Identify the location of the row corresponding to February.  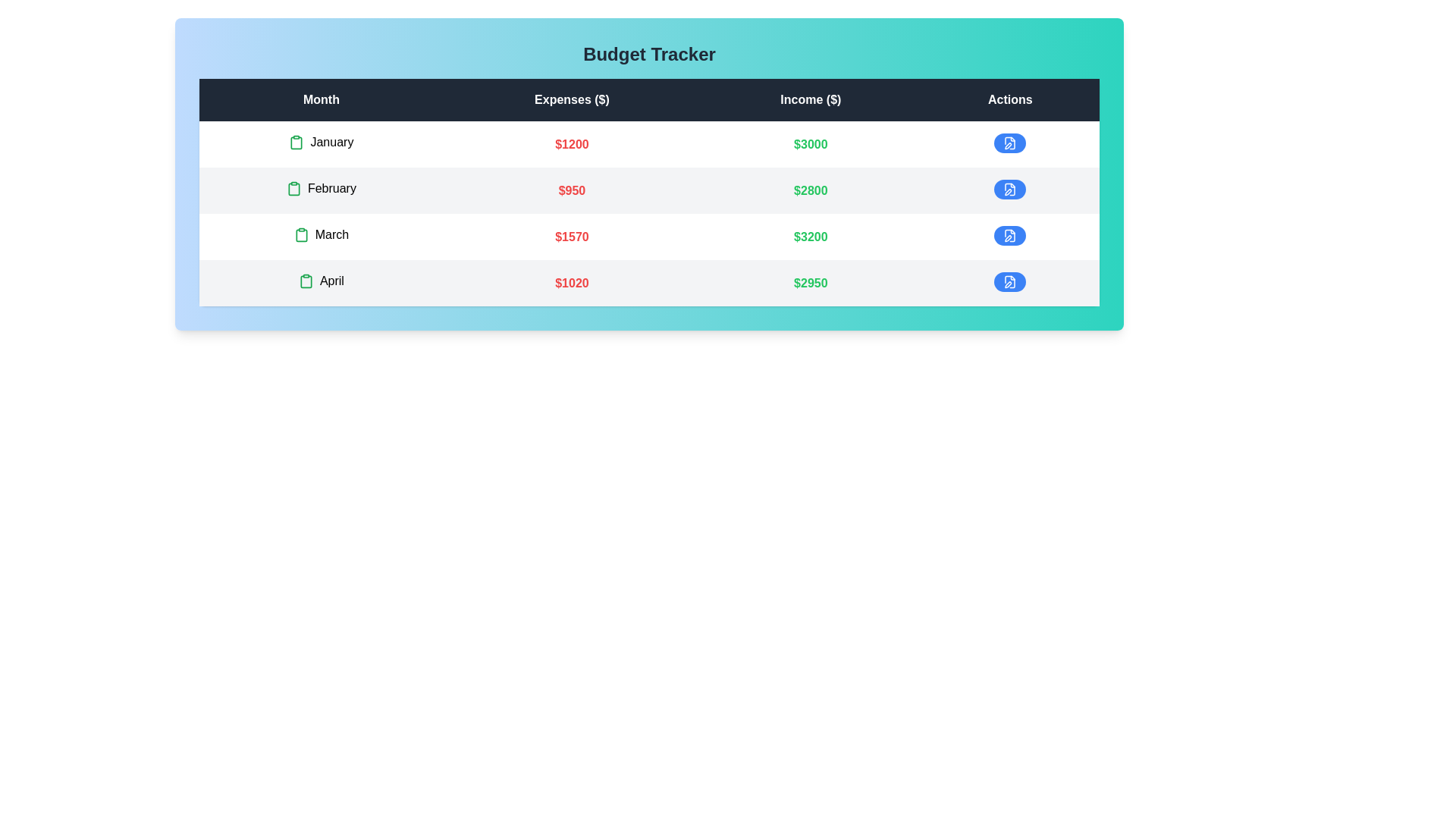
(649, 190).